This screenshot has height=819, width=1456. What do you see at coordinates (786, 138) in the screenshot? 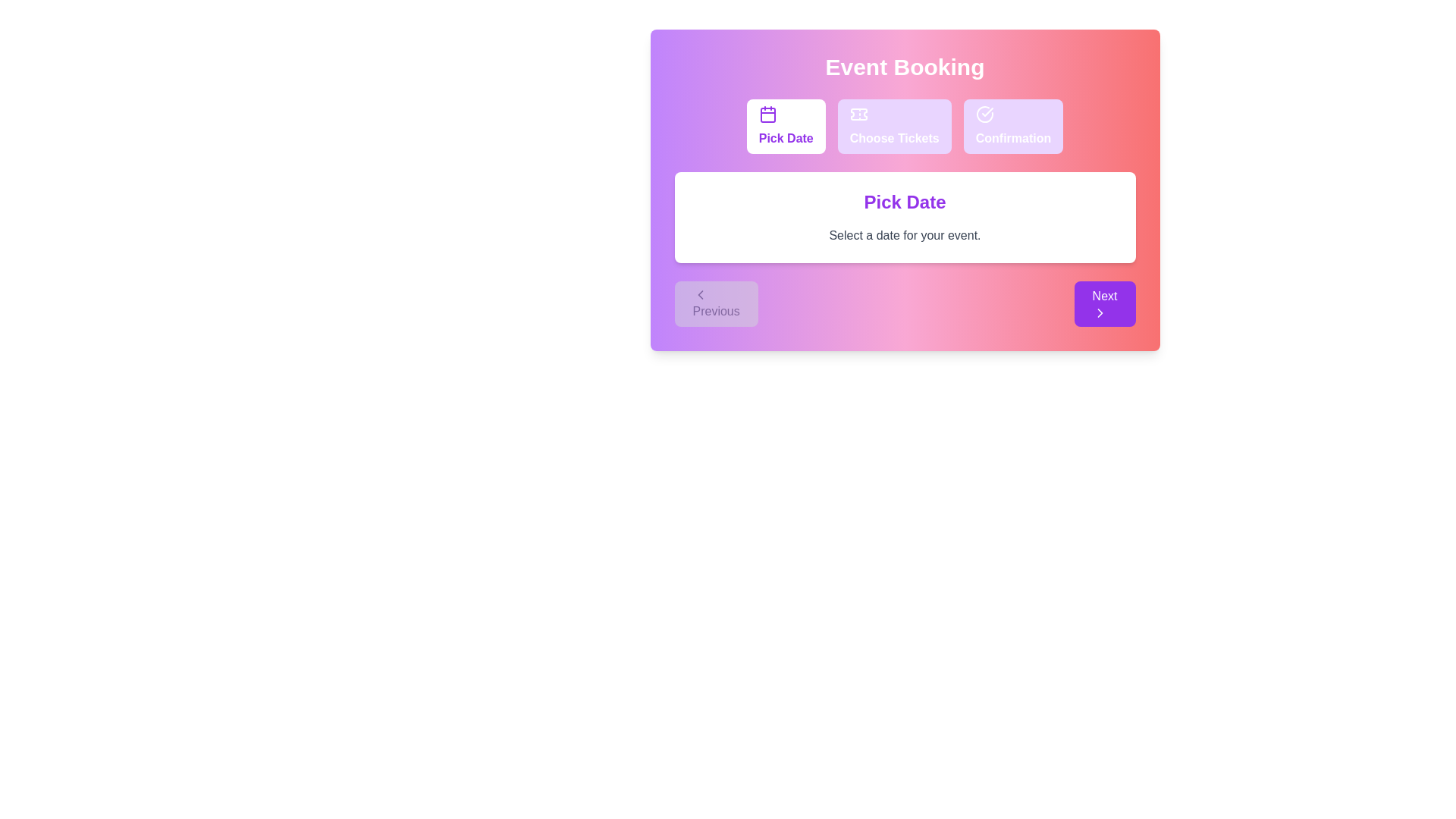
I see `the 'Pick Date' label in the multi-step process, which is part of the horizontal selection menu and located below the calendar icon` at bounding box center [786, 138].